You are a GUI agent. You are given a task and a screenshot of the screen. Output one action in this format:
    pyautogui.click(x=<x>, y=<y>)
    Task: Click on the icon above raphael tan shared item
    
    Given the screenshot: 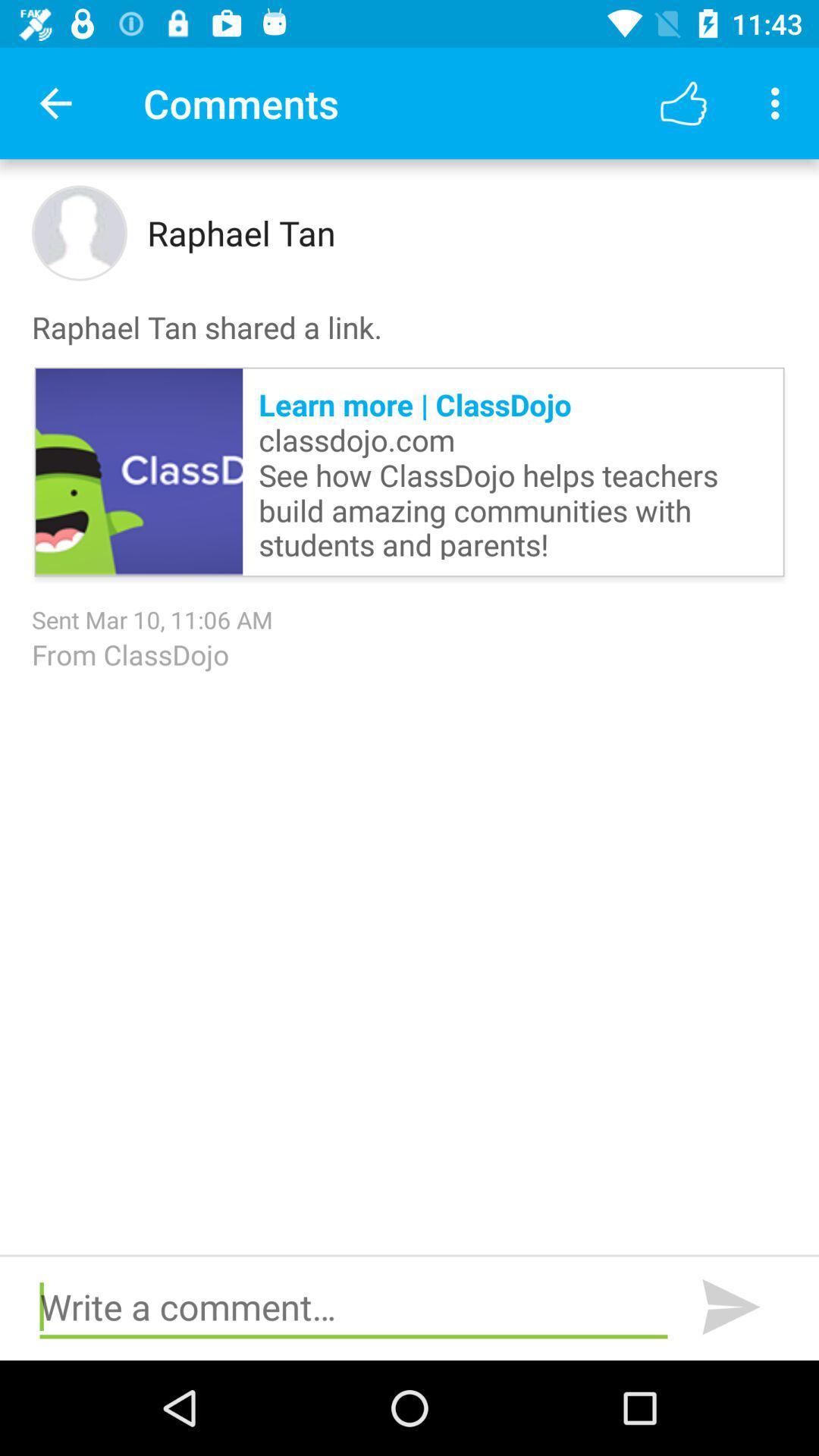 What is the action you would take?
    pyautogui.click(x=683, y=102)
    